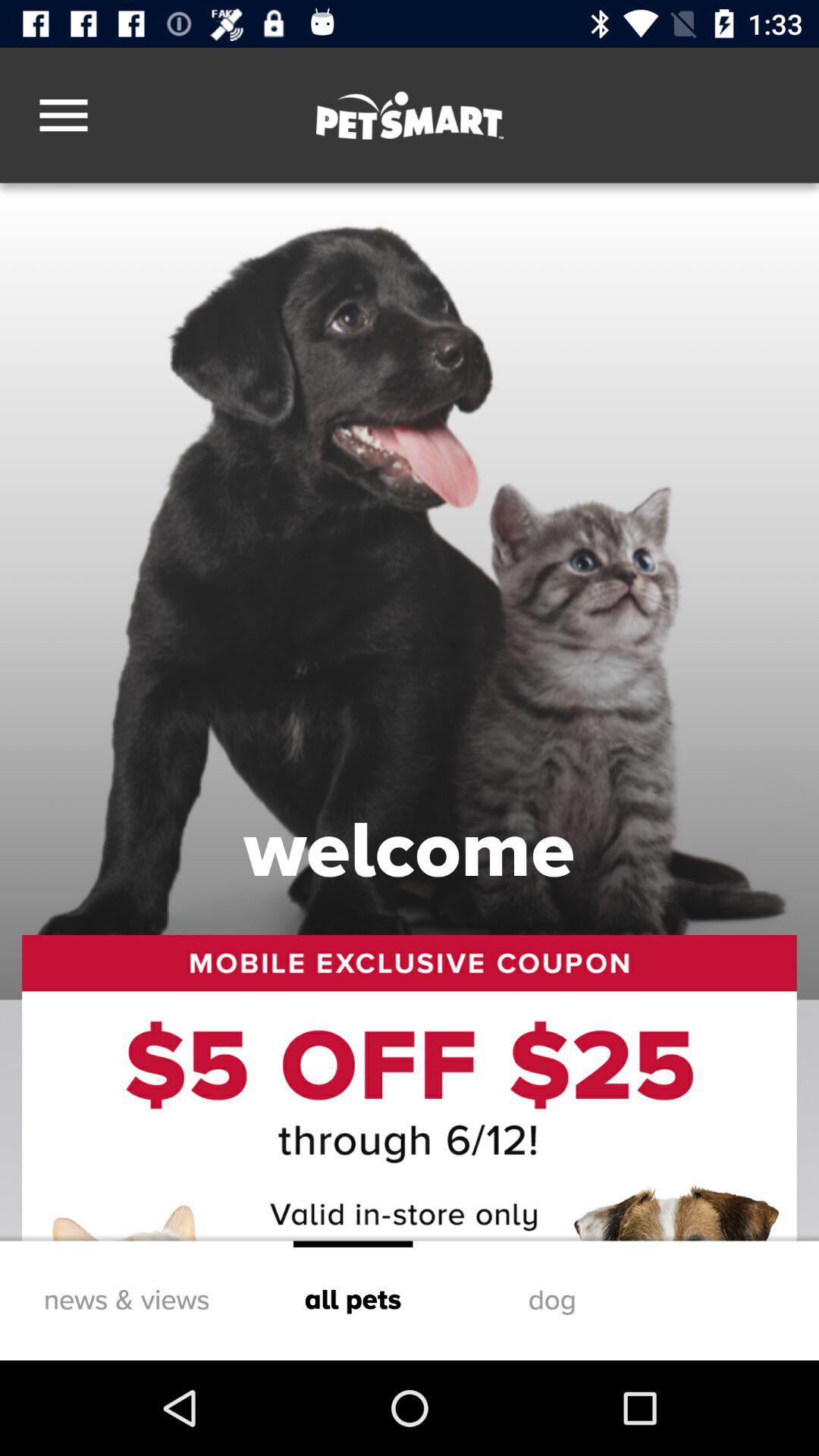  What do you see at coordinates (126, 1300) in the screenshot?
I see `icon at the bottom left corner` at bounding box center [126, 1300].